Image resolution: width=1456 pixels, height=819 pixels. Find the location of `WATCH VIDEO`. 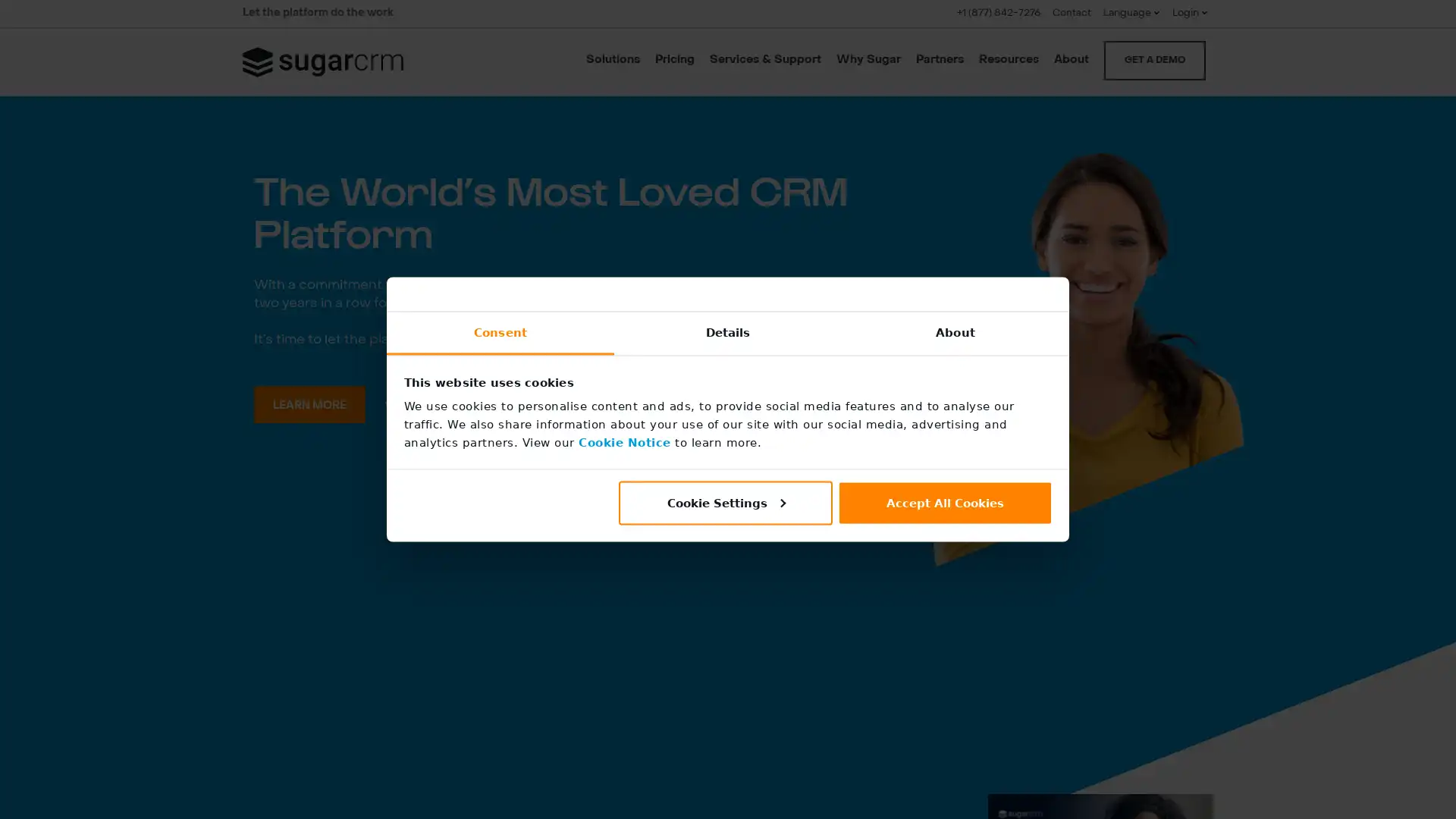

WATCH VIDEO is located at coordinates (428, 403).